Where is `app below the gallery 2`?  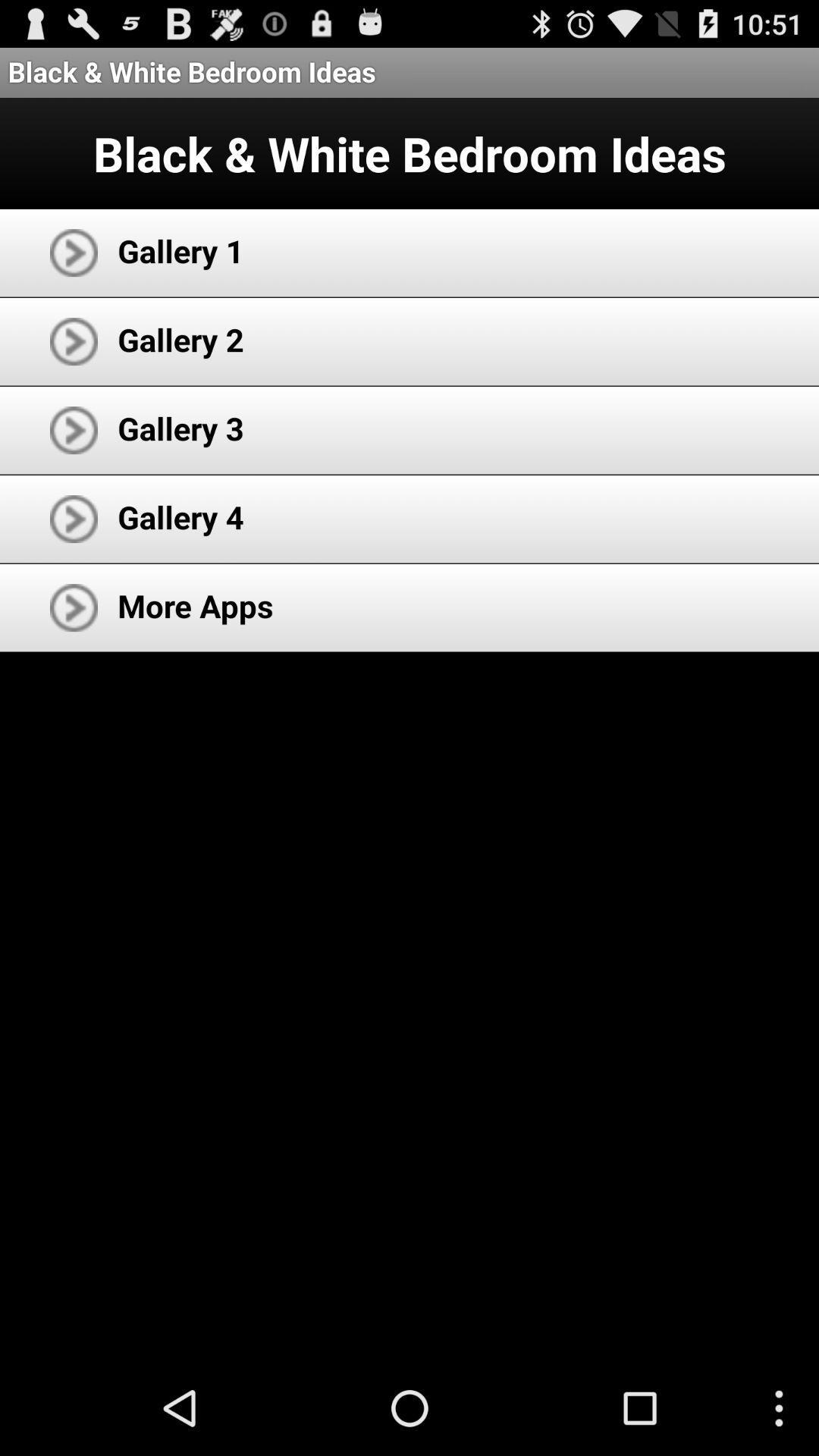
app below the gallery 2 is located at coordinates (180, 427).